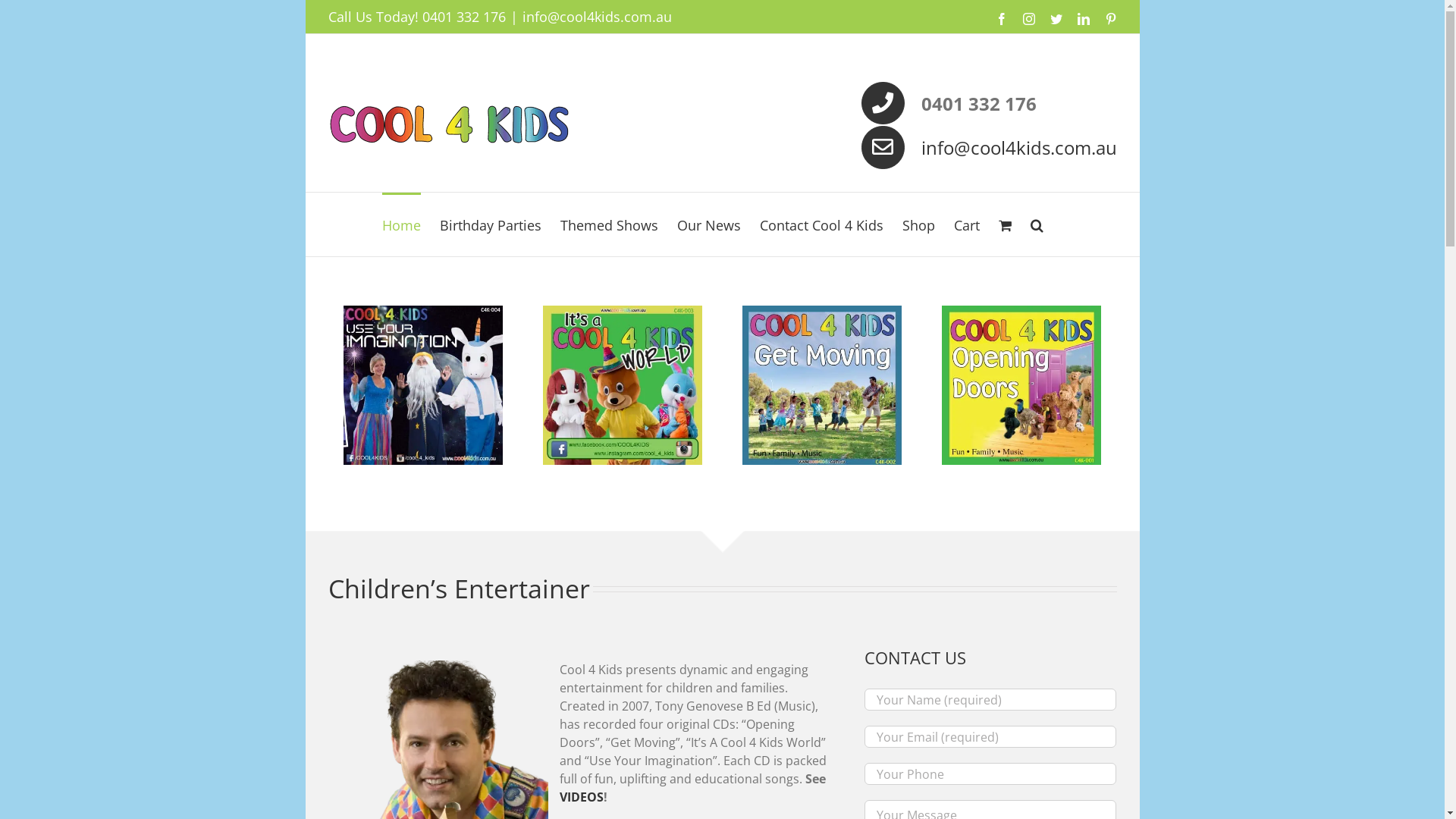 The height and width of the screenshot is (819, 1456). Describe the element at coordinates (581, 795) in the screenshot. I see `'VIDEOS'` at that location.